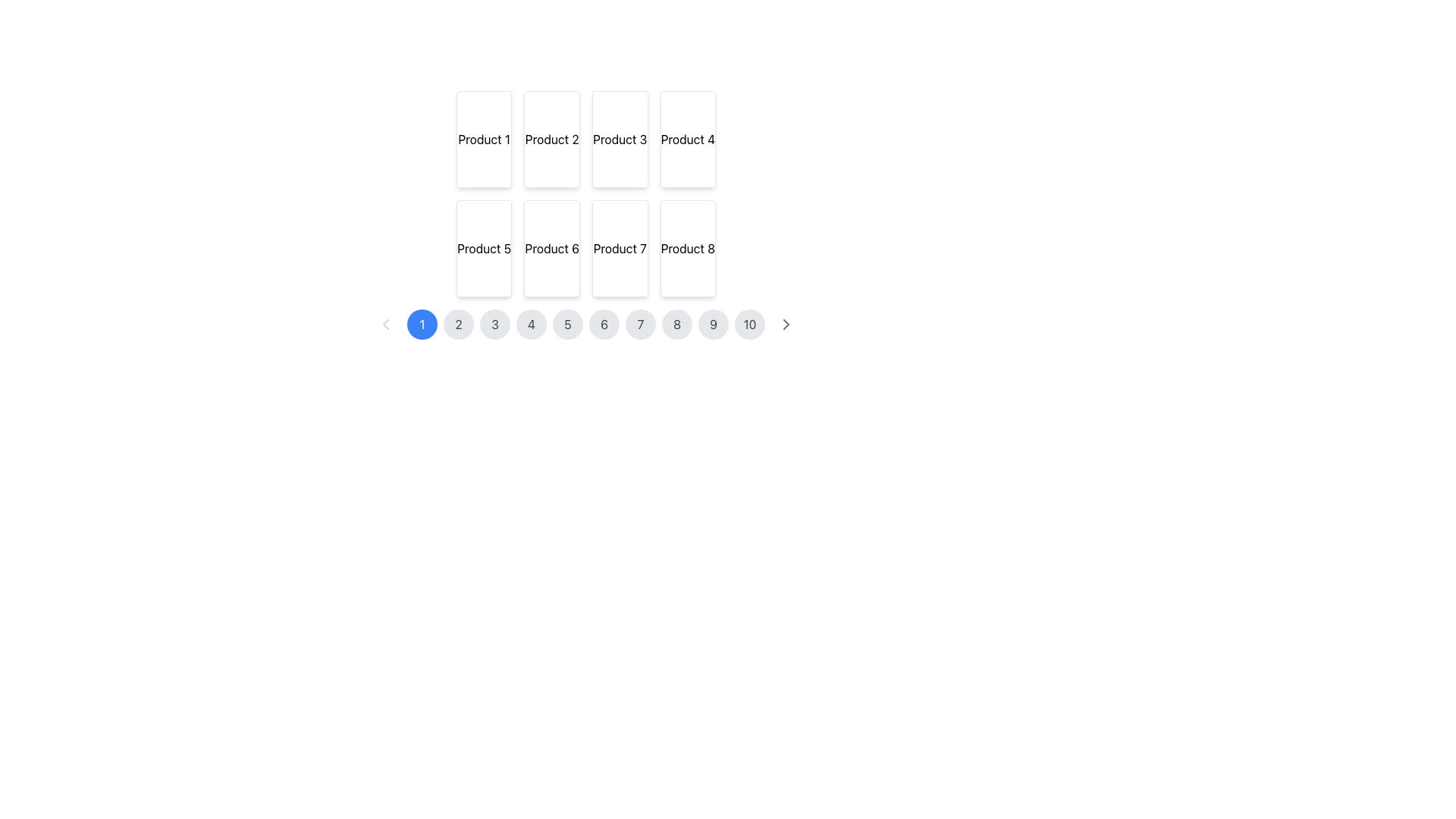 The height and width of the screenshot is (819, 1456). I want to click on the small circular button with a rightward-facing chevron icon, located at the far right of the pagination control bar, so click(786, 324).